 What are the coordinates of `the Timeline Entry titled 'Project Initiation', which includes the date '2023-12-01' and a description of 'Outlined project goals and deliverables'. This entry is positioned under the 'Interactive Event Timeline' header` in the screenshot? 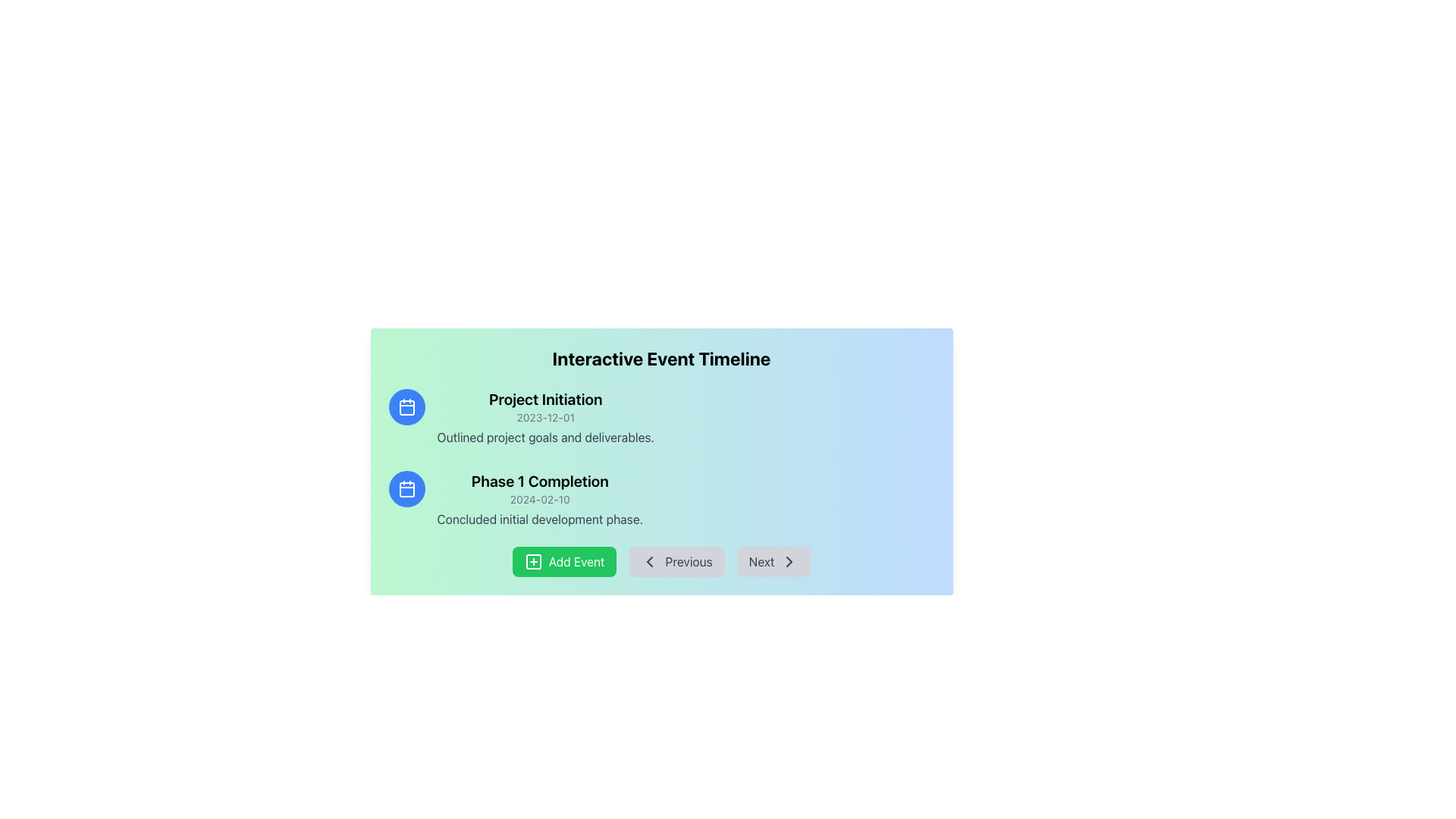 It's located at (545, 418).